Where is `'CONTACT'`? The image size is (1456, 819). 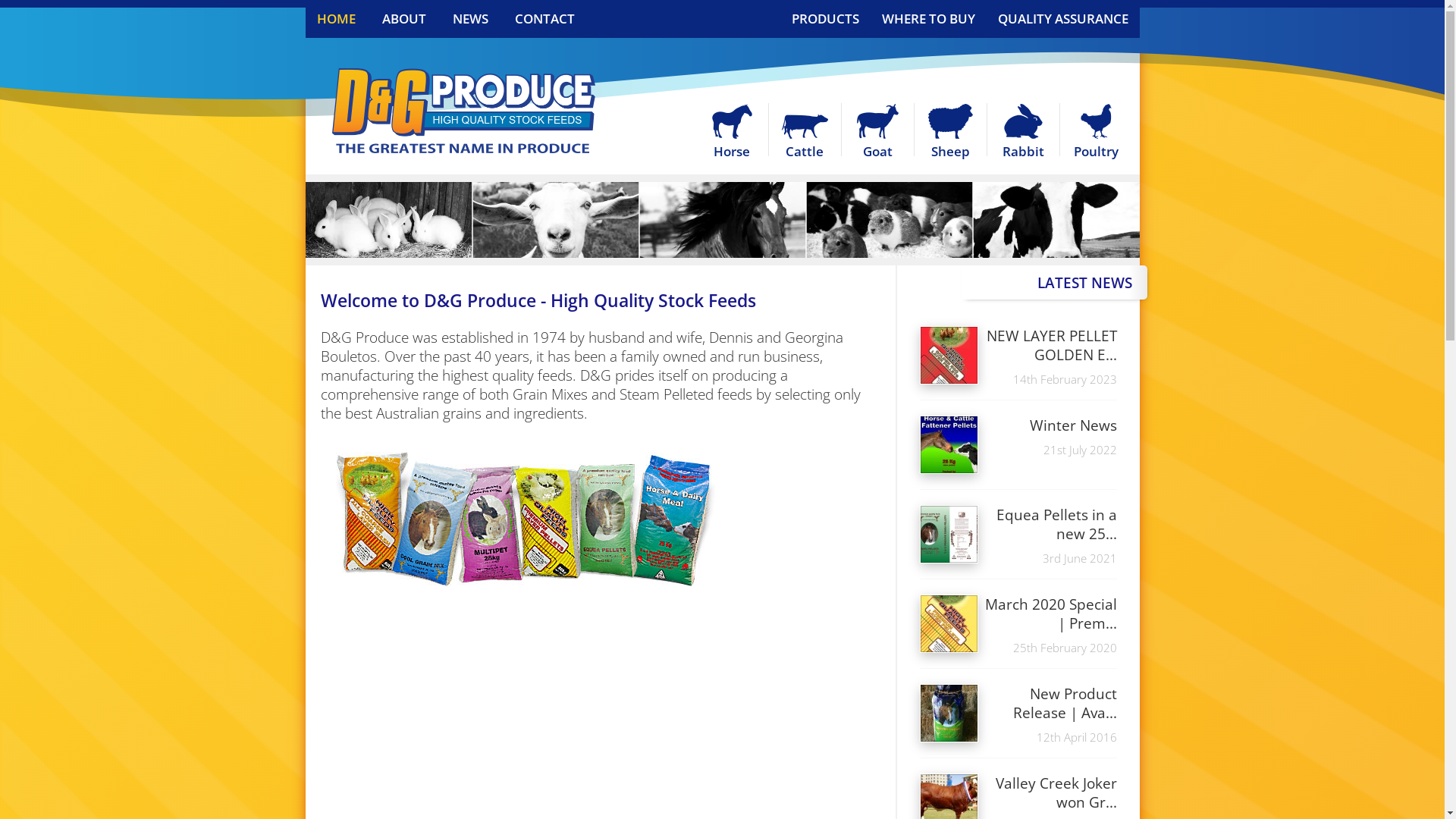 'CONTACT' is located at coordinates (513, 18).